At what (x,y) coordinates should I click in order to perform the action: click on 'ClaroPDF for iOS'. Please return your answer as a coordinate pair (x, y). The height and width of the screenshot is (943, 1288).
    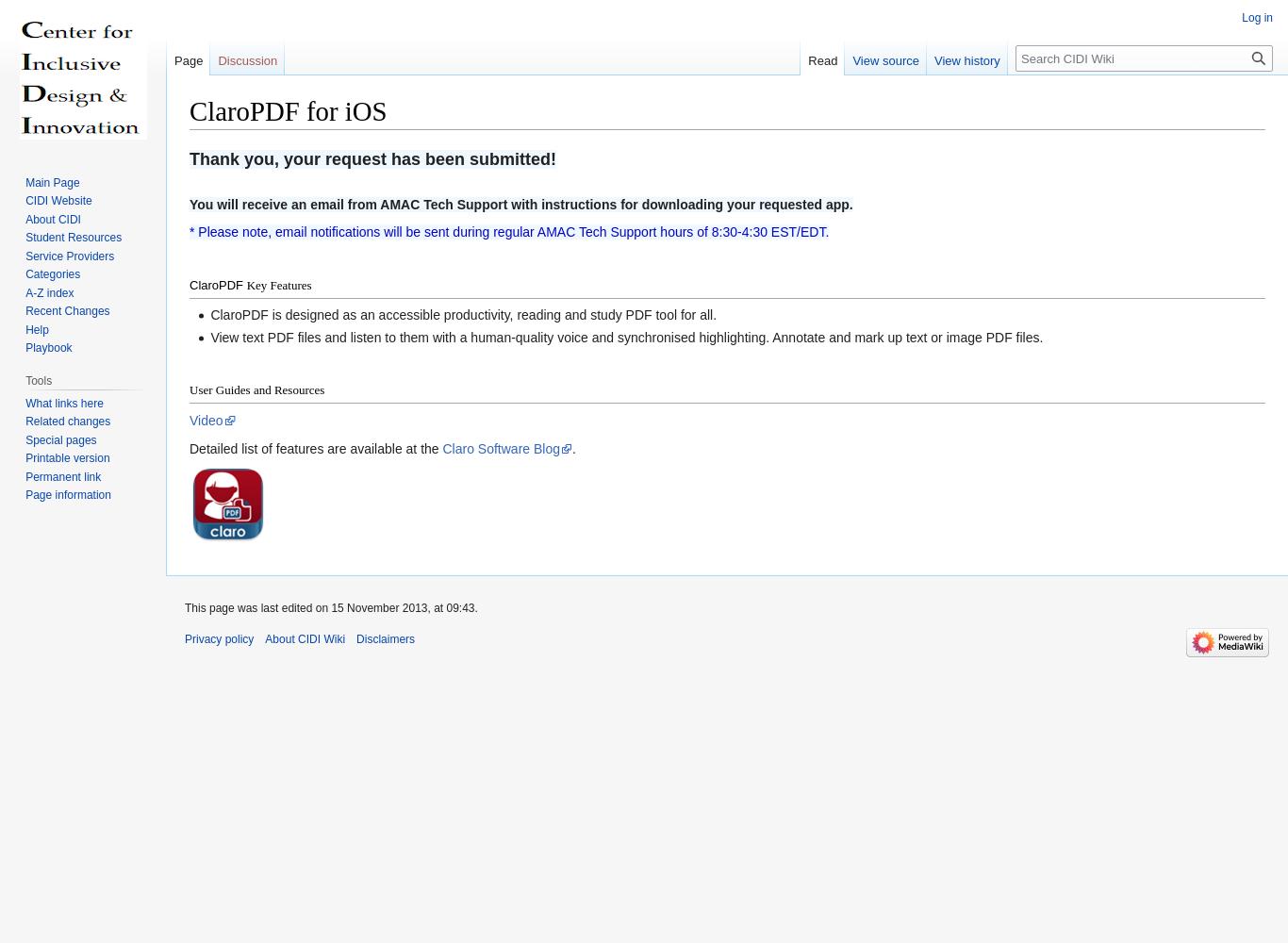
    Looking at the image, I should click on (288, 110).